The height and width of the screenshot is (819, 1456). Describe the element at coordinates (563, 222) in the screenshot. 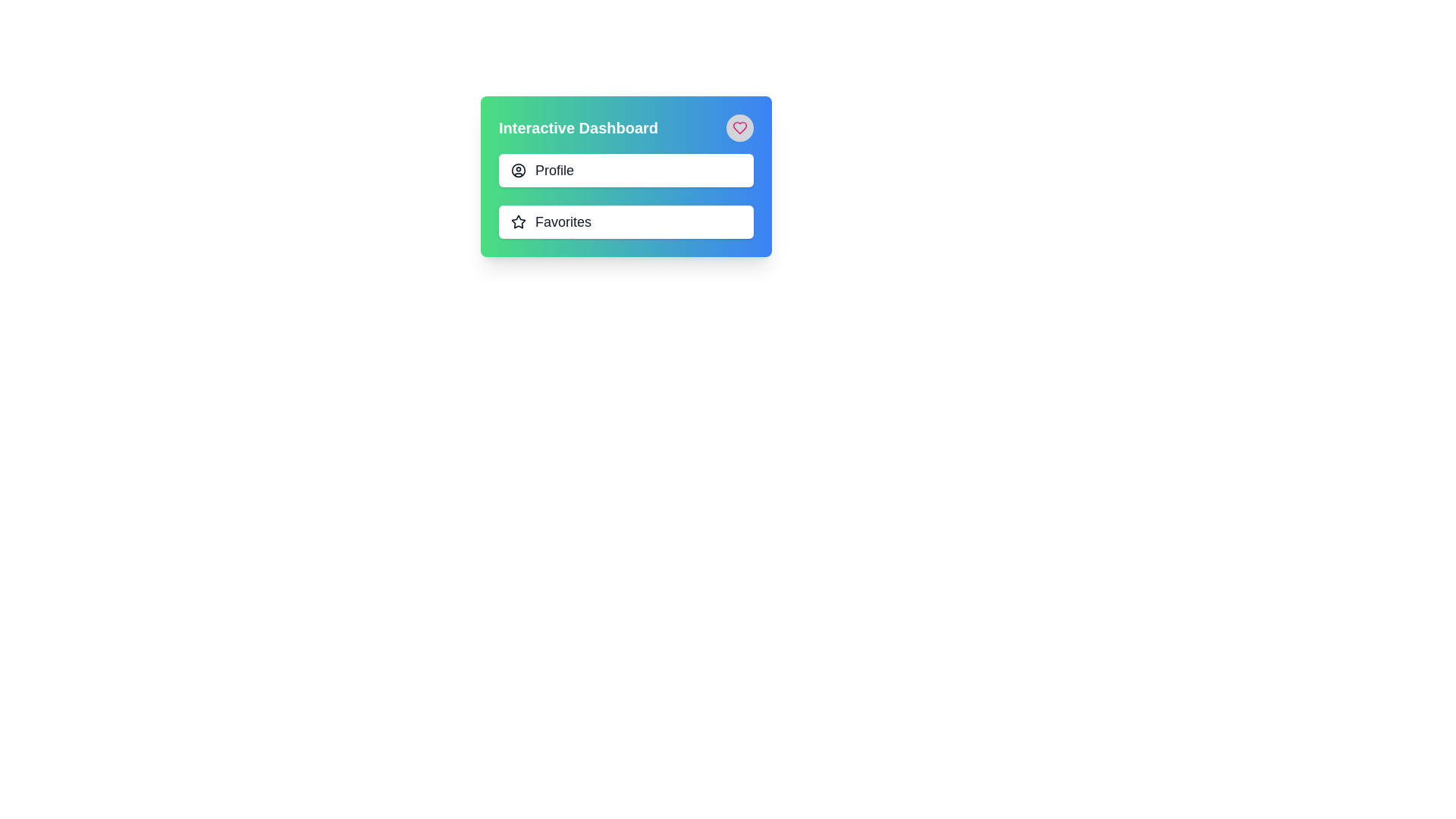

I see `the text label displaying 'Favorites', which is styled in dark gray, bold font, and positioned next to a star icon in the second menu option` at that location.